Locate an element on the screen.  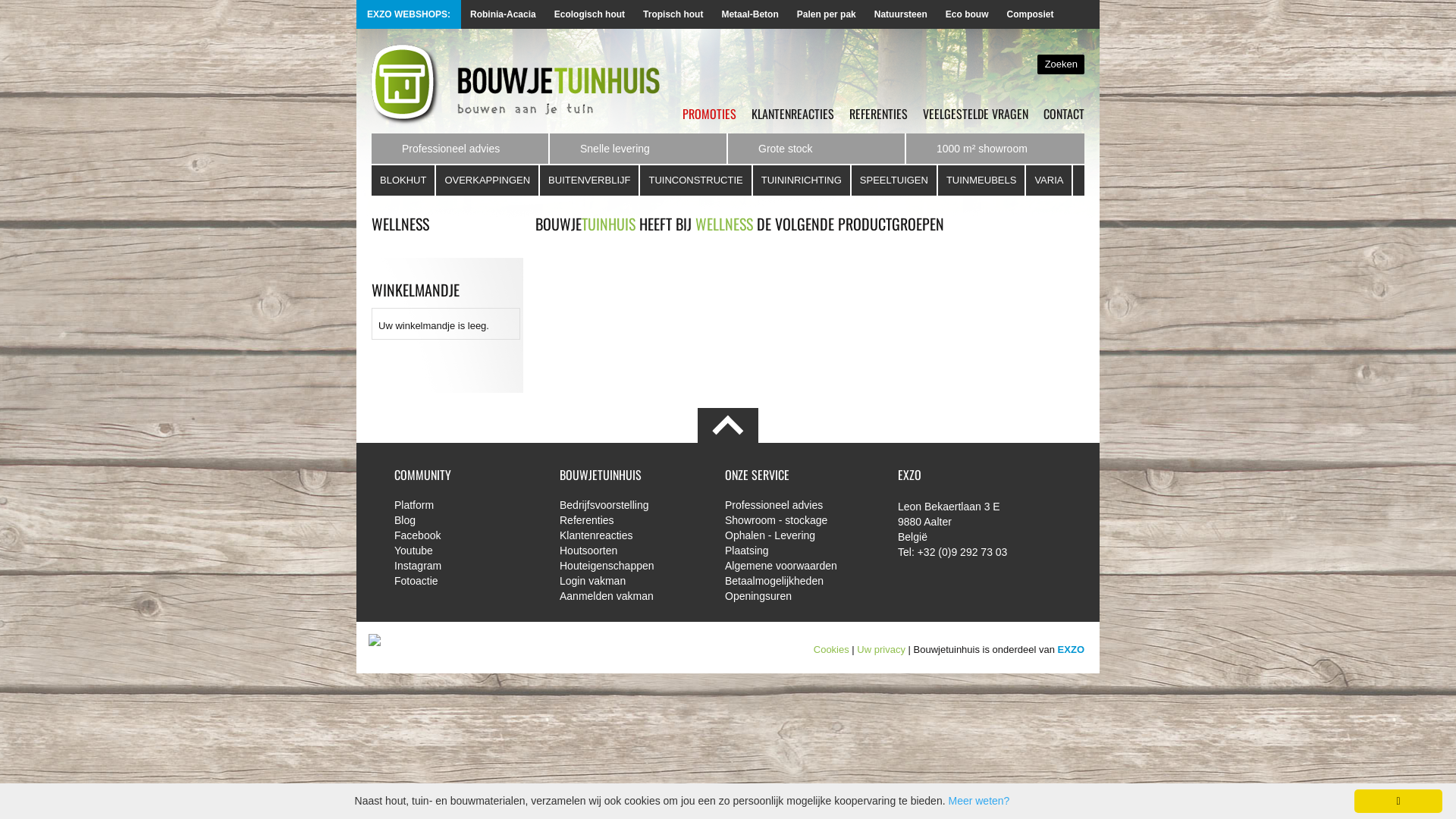
'Eco bouw' is located at coordinates (966, 14).